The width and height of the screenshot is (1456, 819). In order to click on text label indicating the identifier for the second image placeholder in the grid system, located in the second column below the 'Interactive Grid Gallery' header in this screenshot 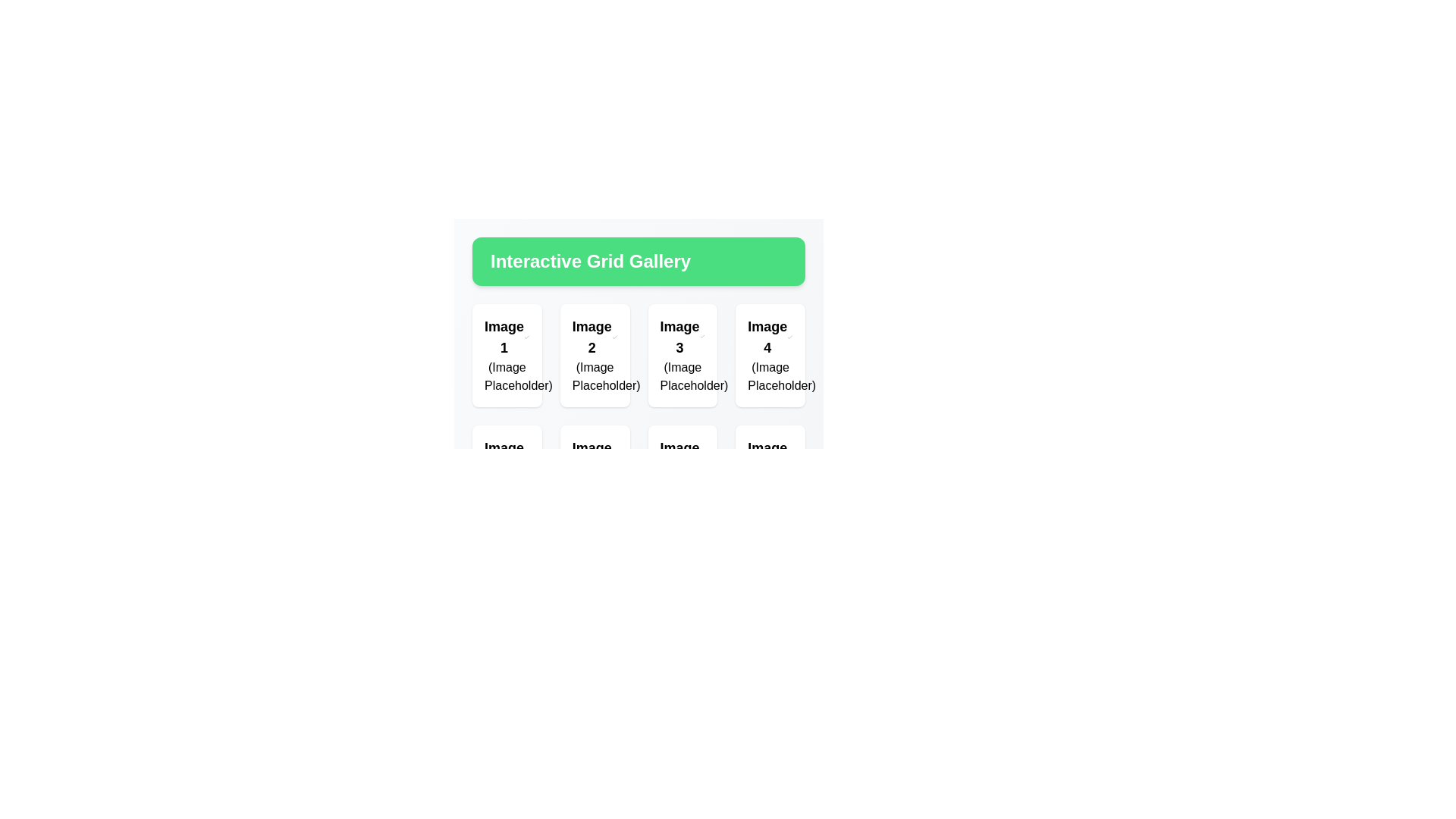, I will do `click(591, 336)`.